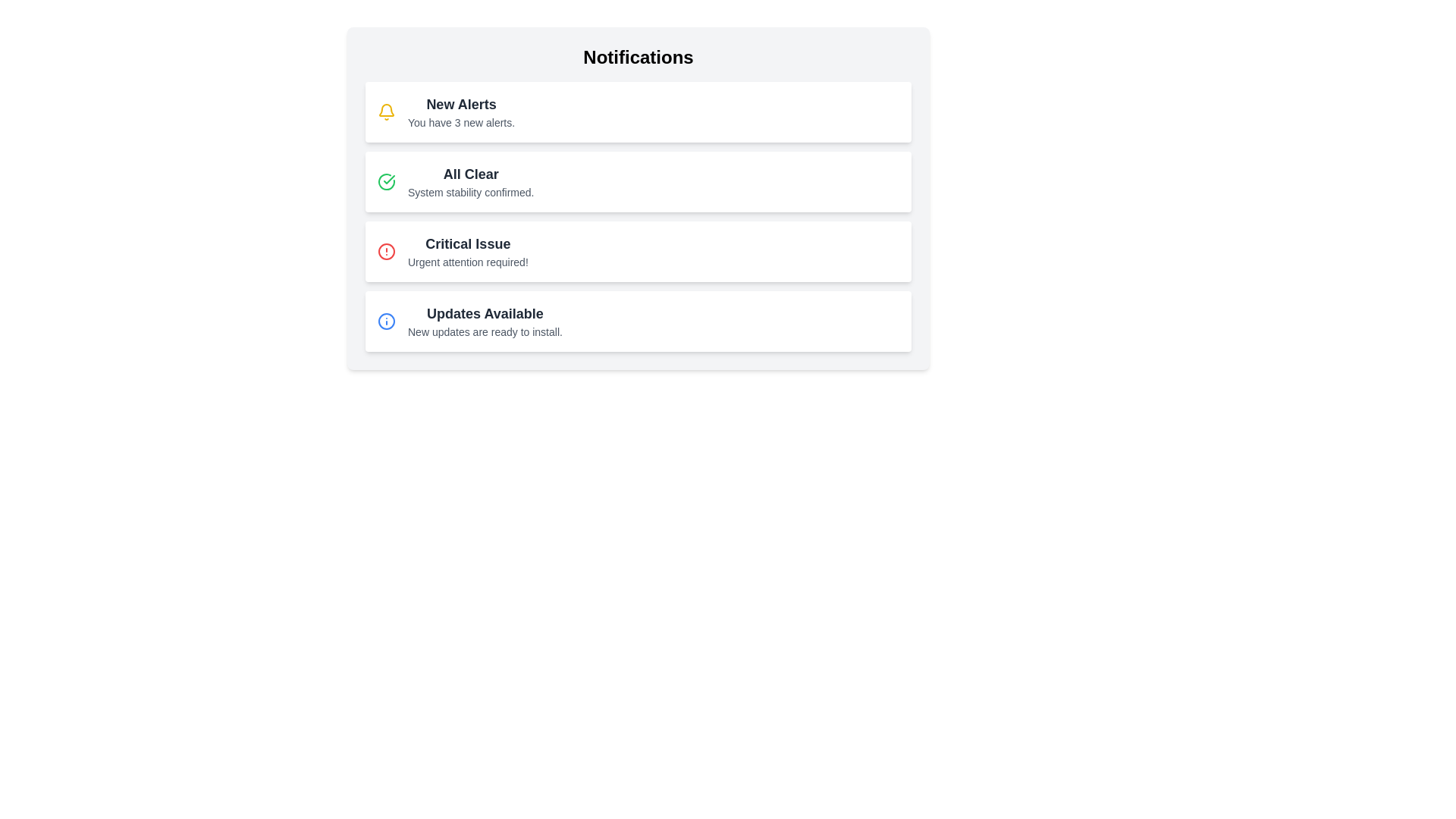  I want to click on bold text label saying 'New Alerts' that is prominently displayed in dark gray at the top left corner of the notification card, so click(460, 104).